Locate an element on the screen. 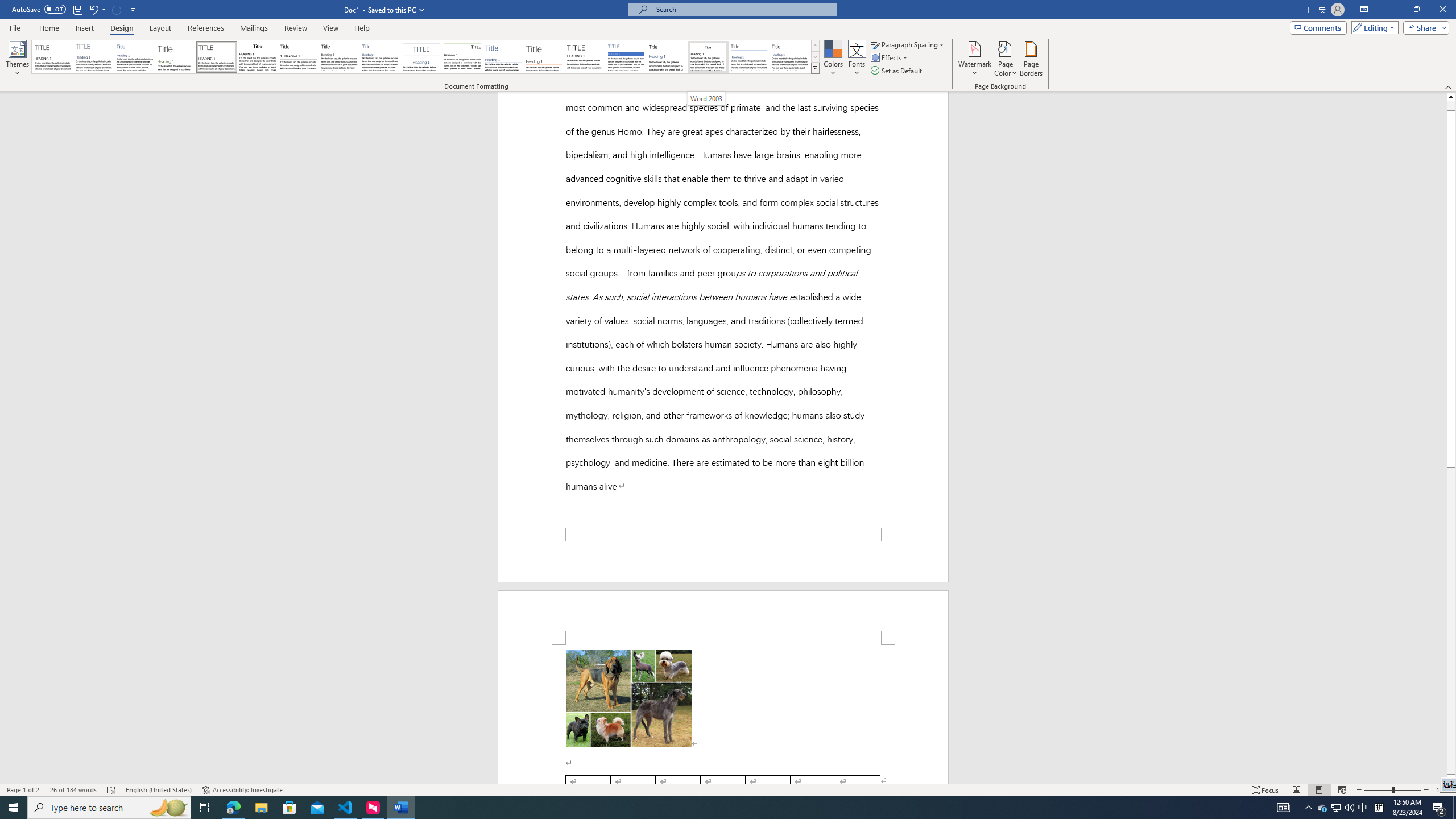 This screenshot has height=819, width=1456. 'Effects' is located at coordinates (890, 56).